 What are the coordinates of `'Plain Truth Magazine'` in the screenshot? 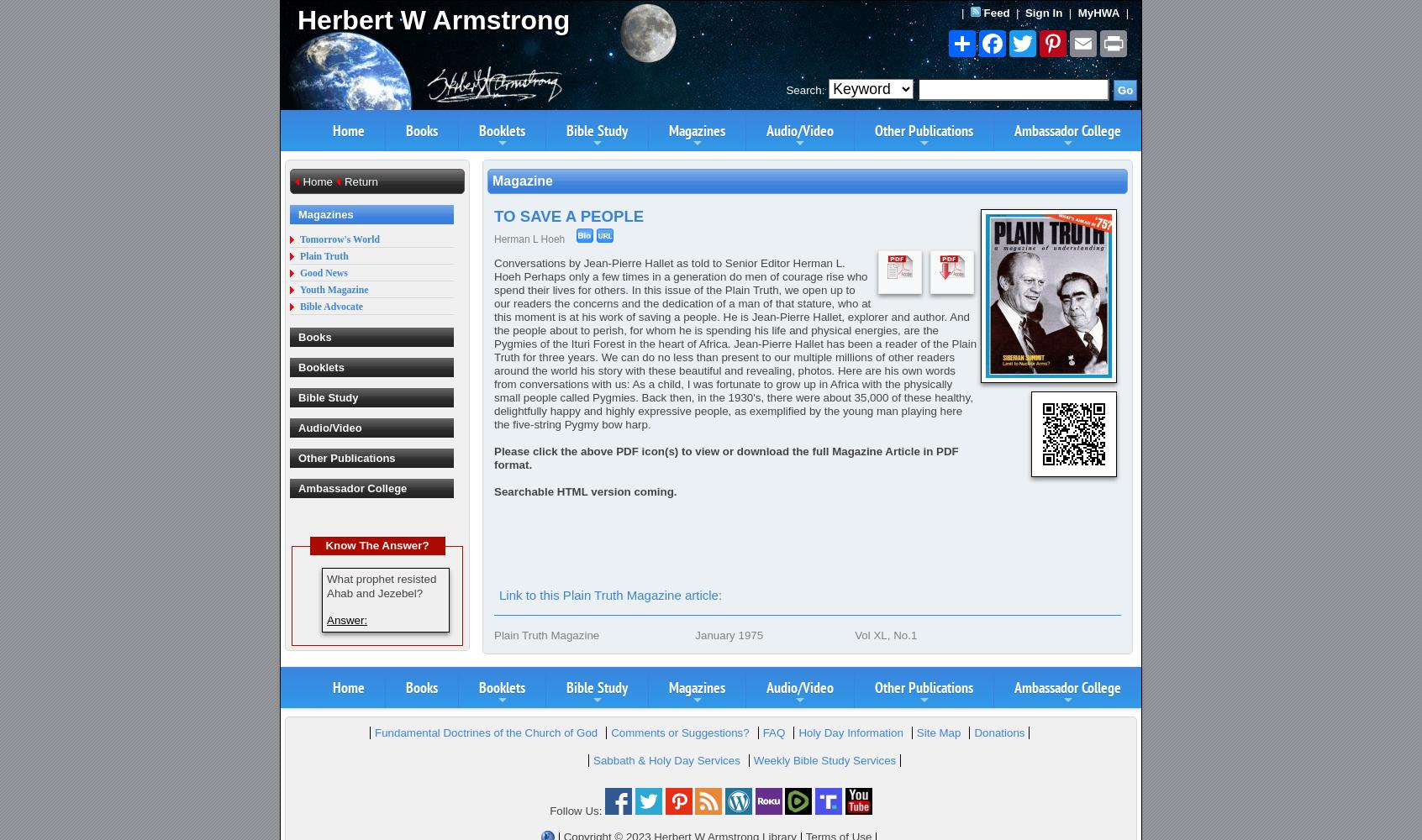 It's located at (546, 635).